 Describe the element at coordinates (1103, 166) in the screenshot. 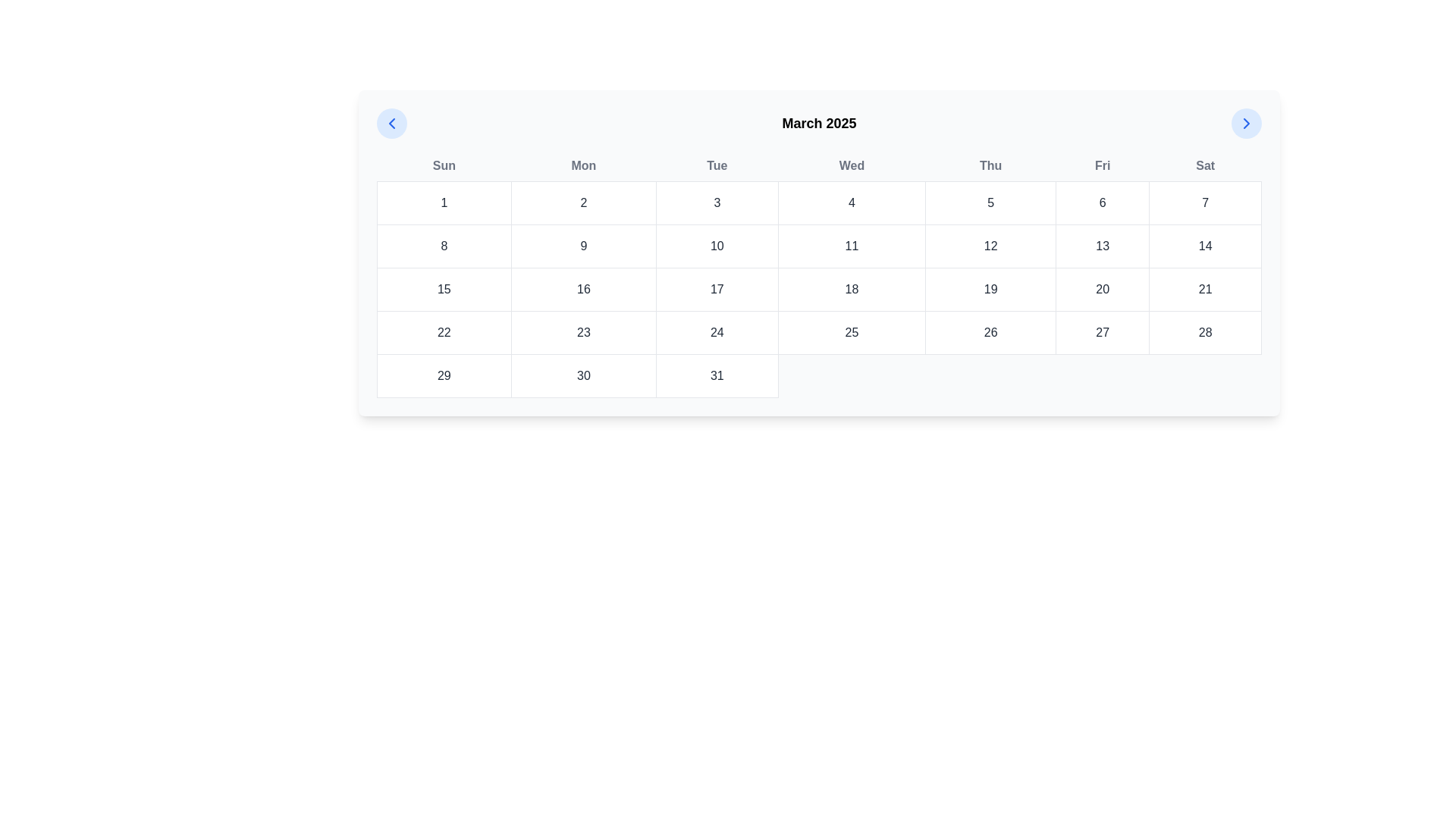

I see `the static label representing 'Friday' in the calendar interface, located in the sixth position of the weekday labels` at that location.